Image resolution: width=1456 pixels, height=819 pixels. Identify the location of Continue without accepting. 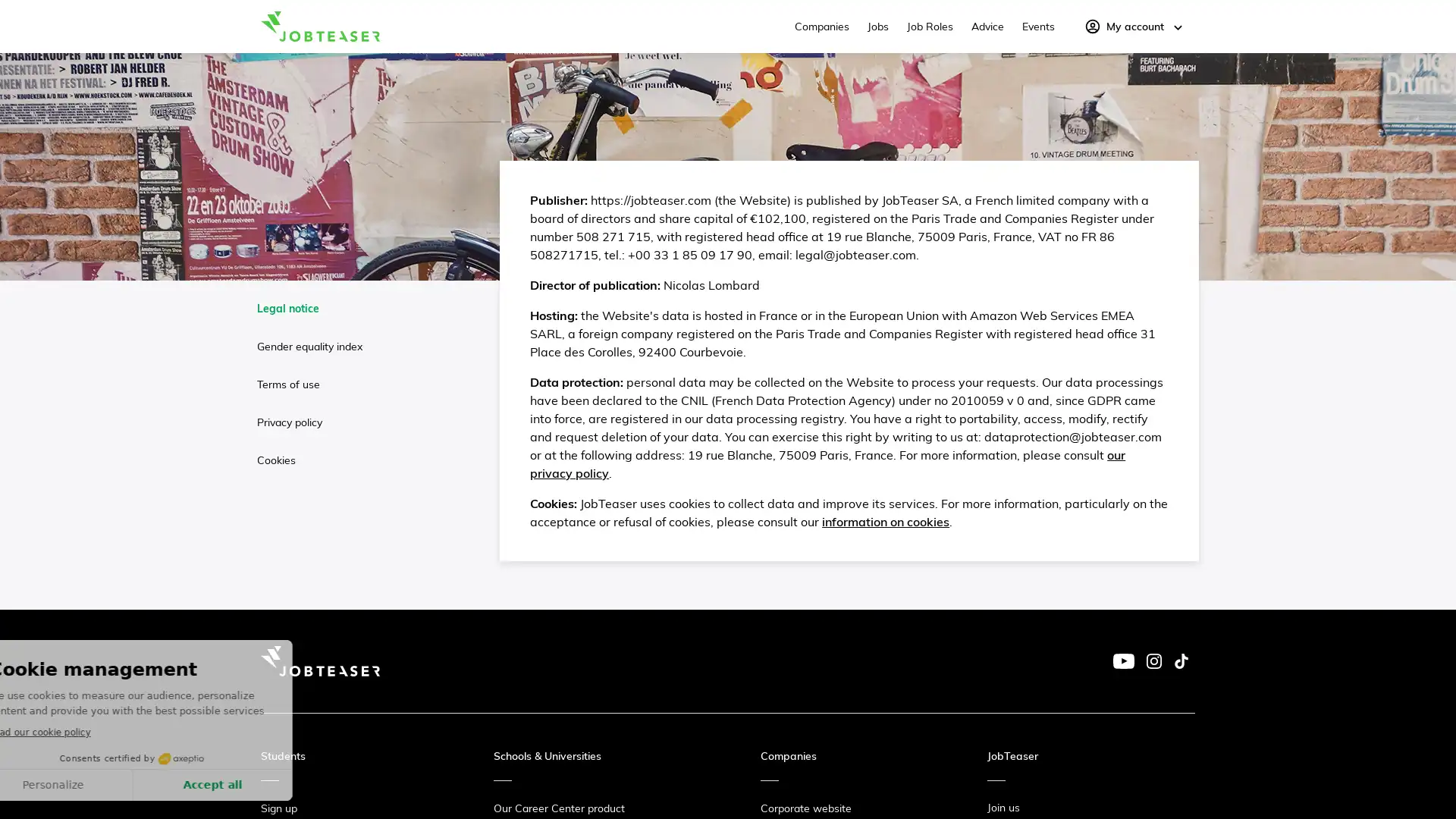
(252, 623).